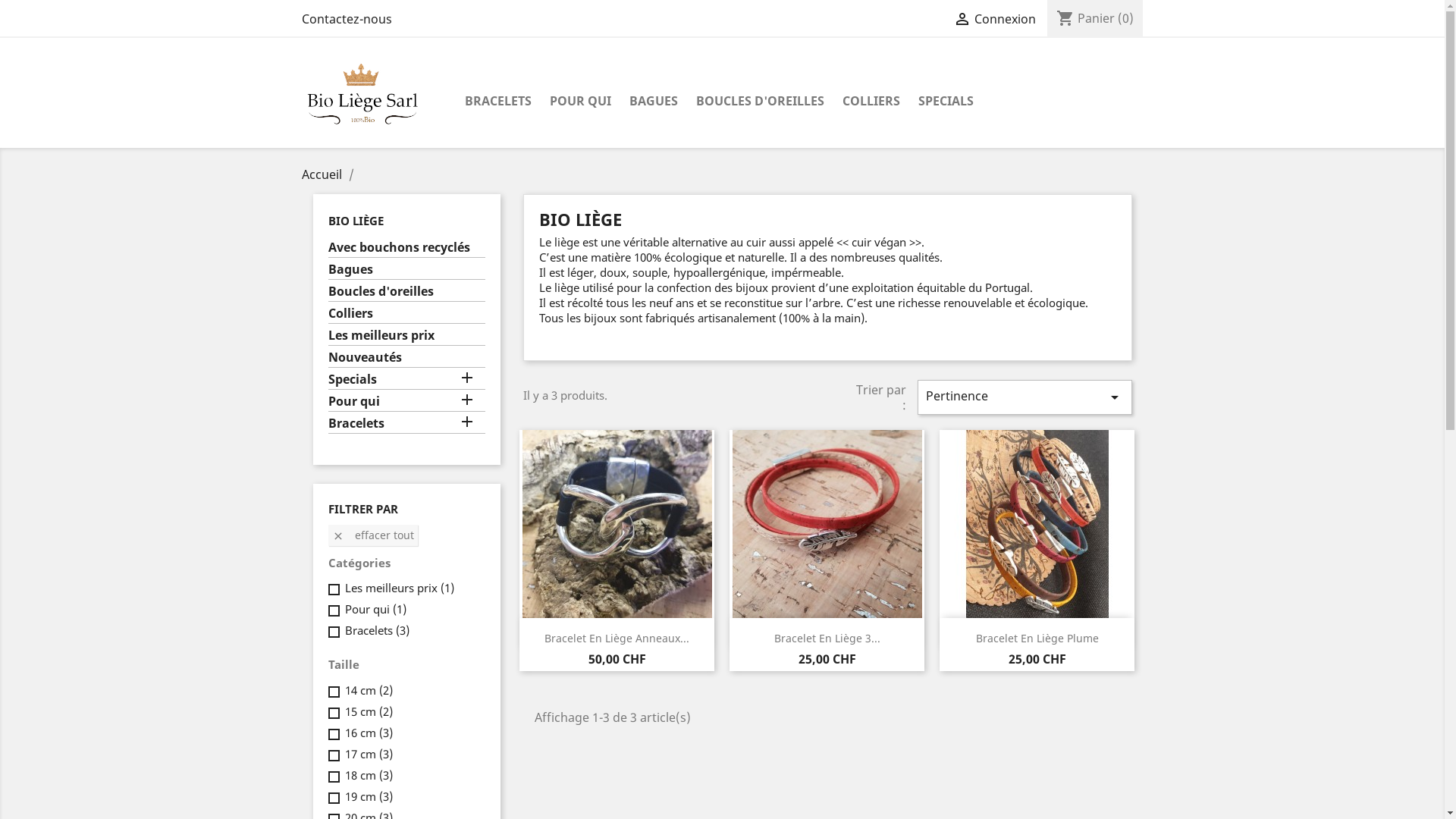 The width and height of the screenshot is (1456, 819). What do you see at coordinates (870, 102) in the screenshot?
I see `'COLLIERS'` at bounding box center [870, 102].